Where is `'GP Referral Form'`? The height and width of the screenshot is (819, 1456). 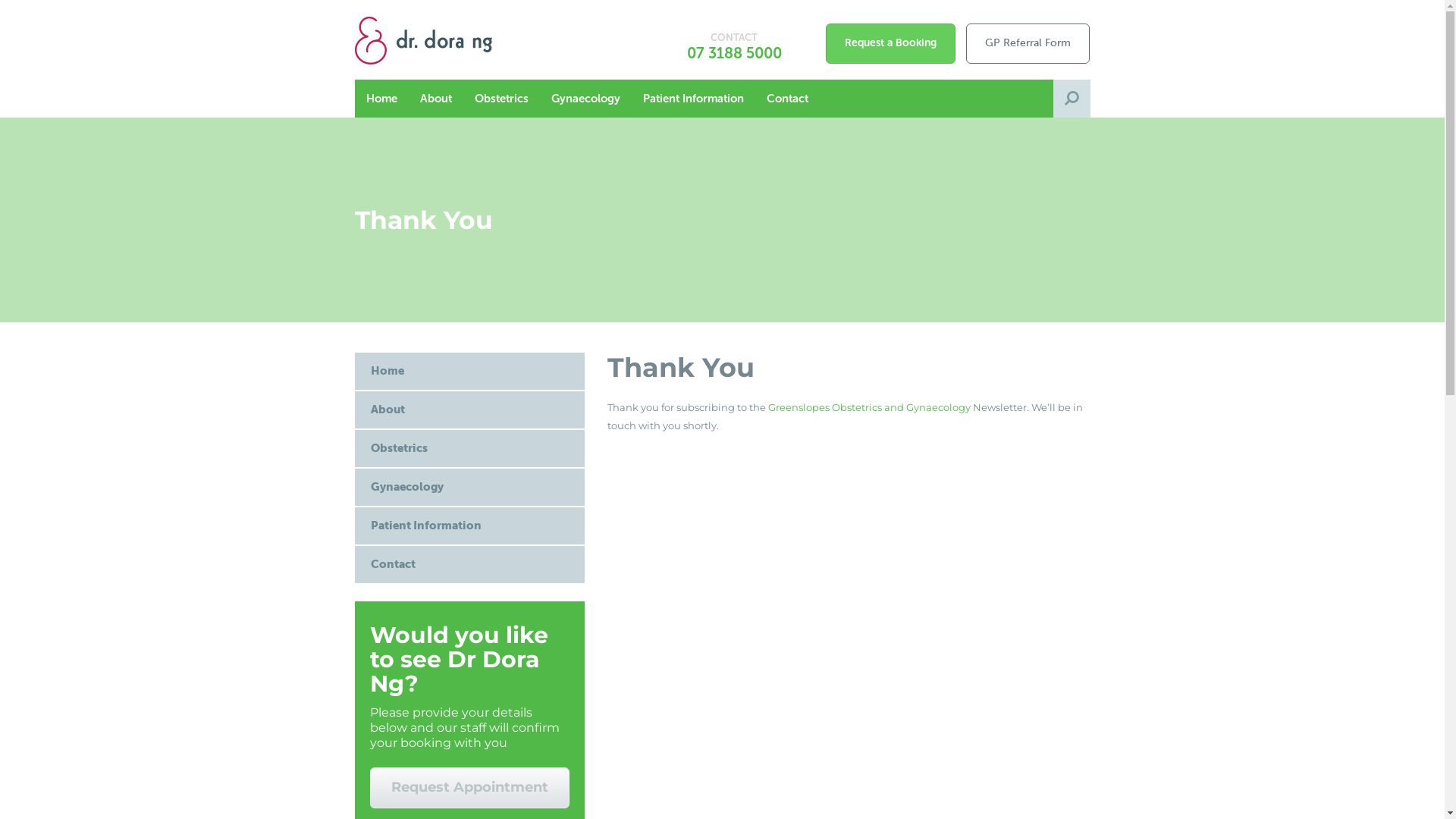
'GP Referral Form' is located at coordinates (1028, 42).